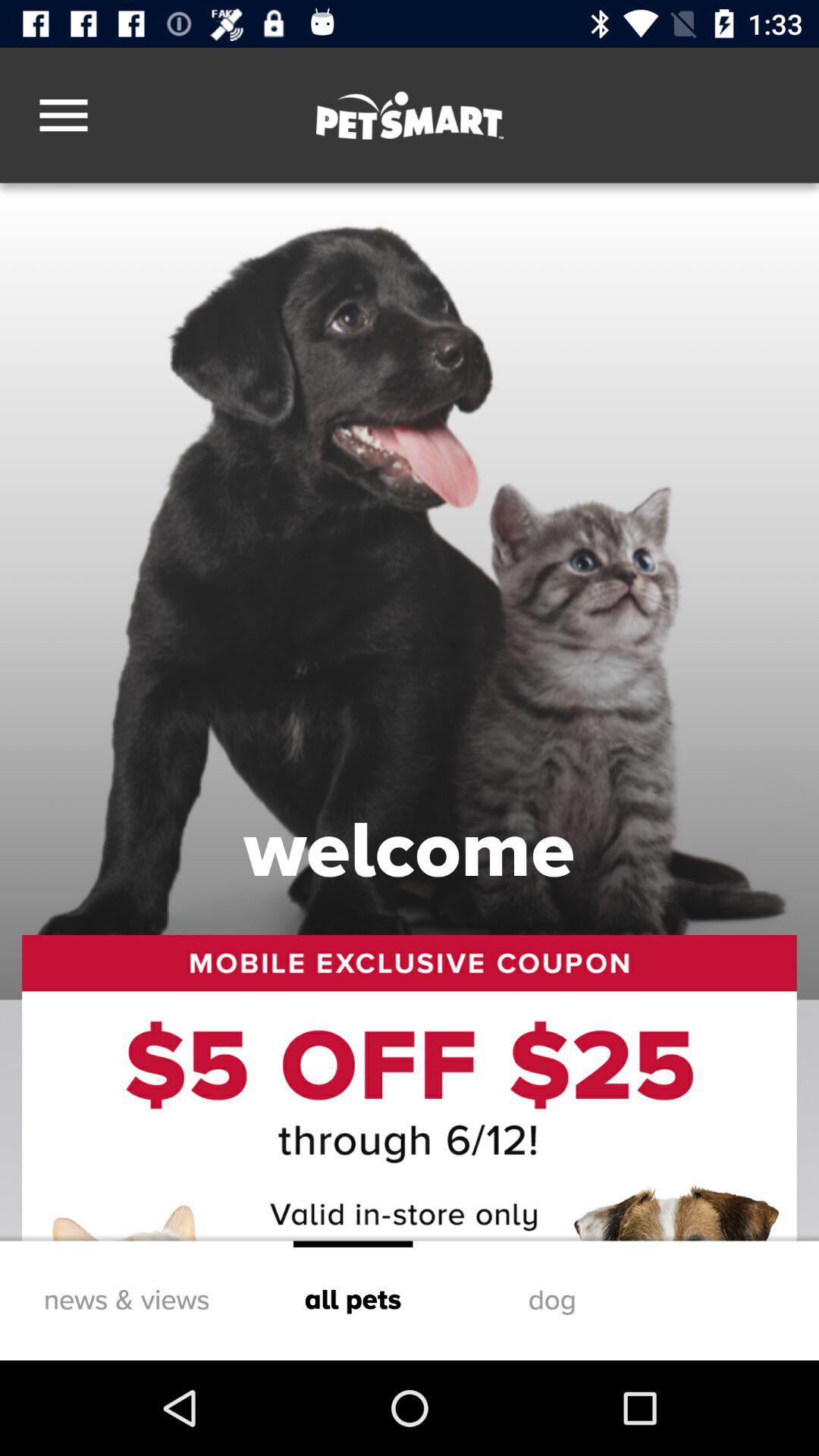  What do you see at coordinates (353, 1300) in the screenshot?
I see `the all pets` at bounding box center [353, 1300].